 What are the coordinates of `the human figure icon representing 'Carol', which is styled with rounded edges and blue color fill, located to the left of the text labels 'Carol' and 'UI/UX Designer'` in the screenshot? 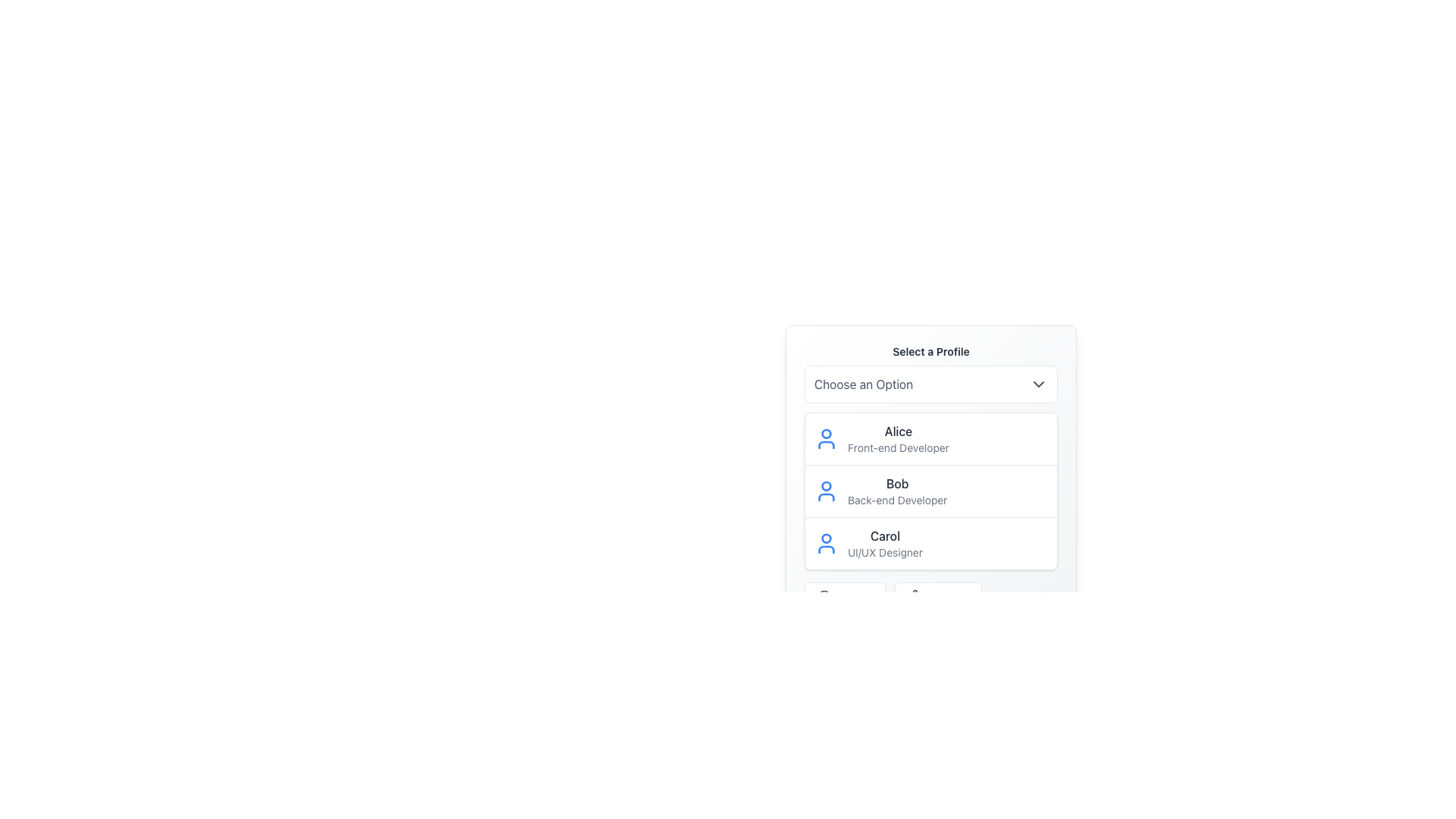 It's located at (825, 543).